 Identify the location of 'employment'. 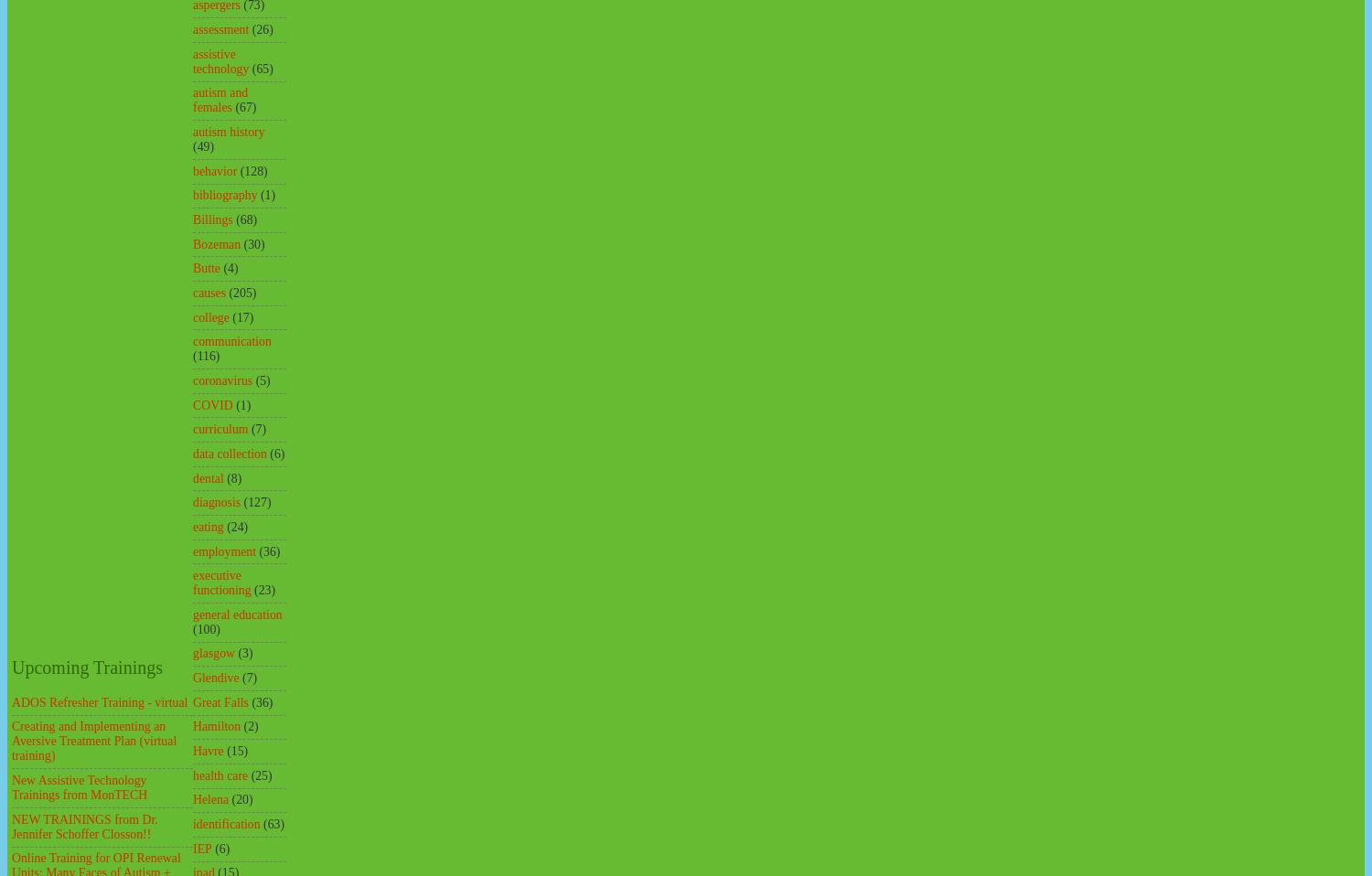
(223, 550).